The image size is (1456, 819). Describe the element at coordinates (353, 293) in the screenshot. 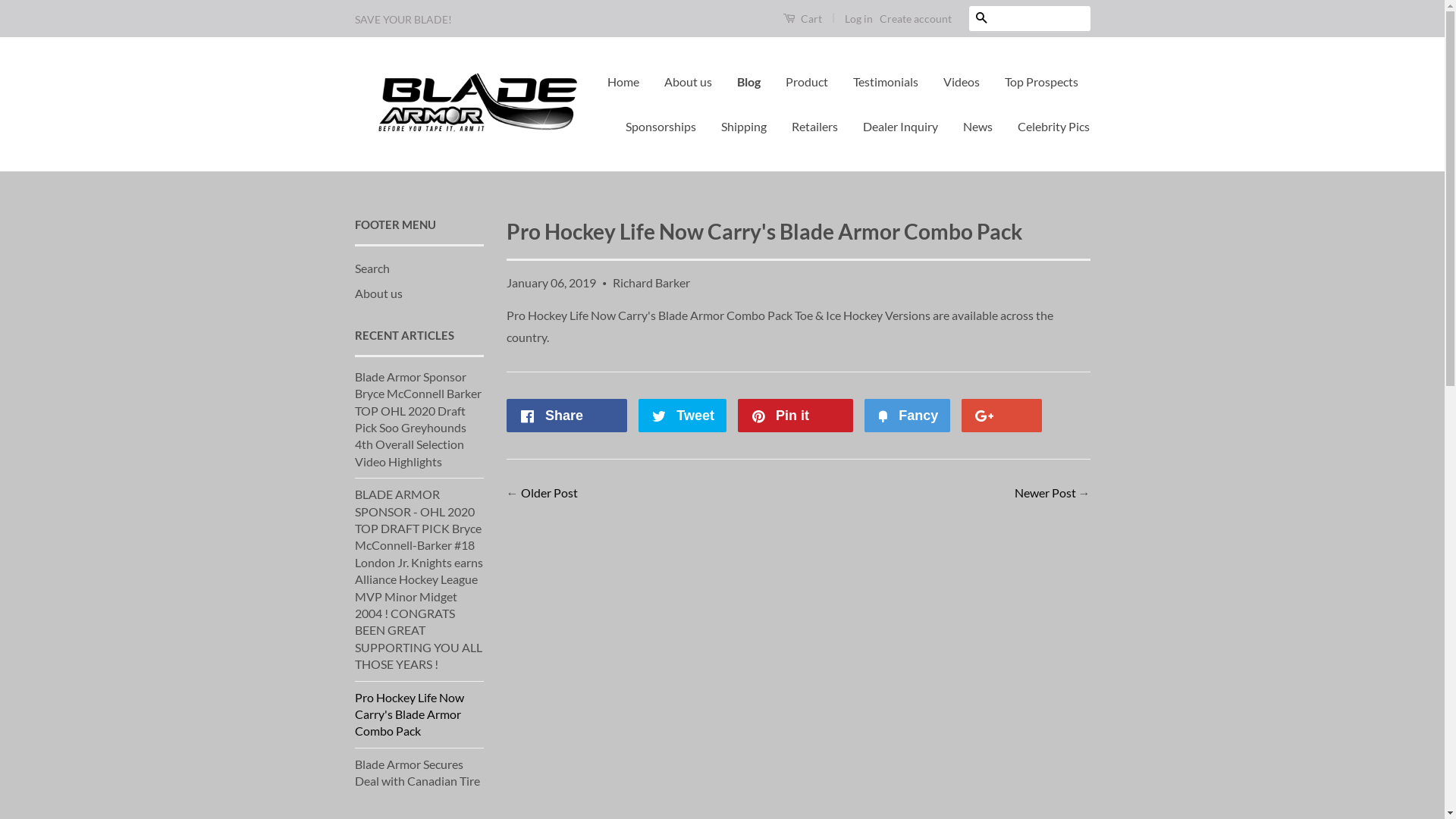

I see `'About us'` at that location.